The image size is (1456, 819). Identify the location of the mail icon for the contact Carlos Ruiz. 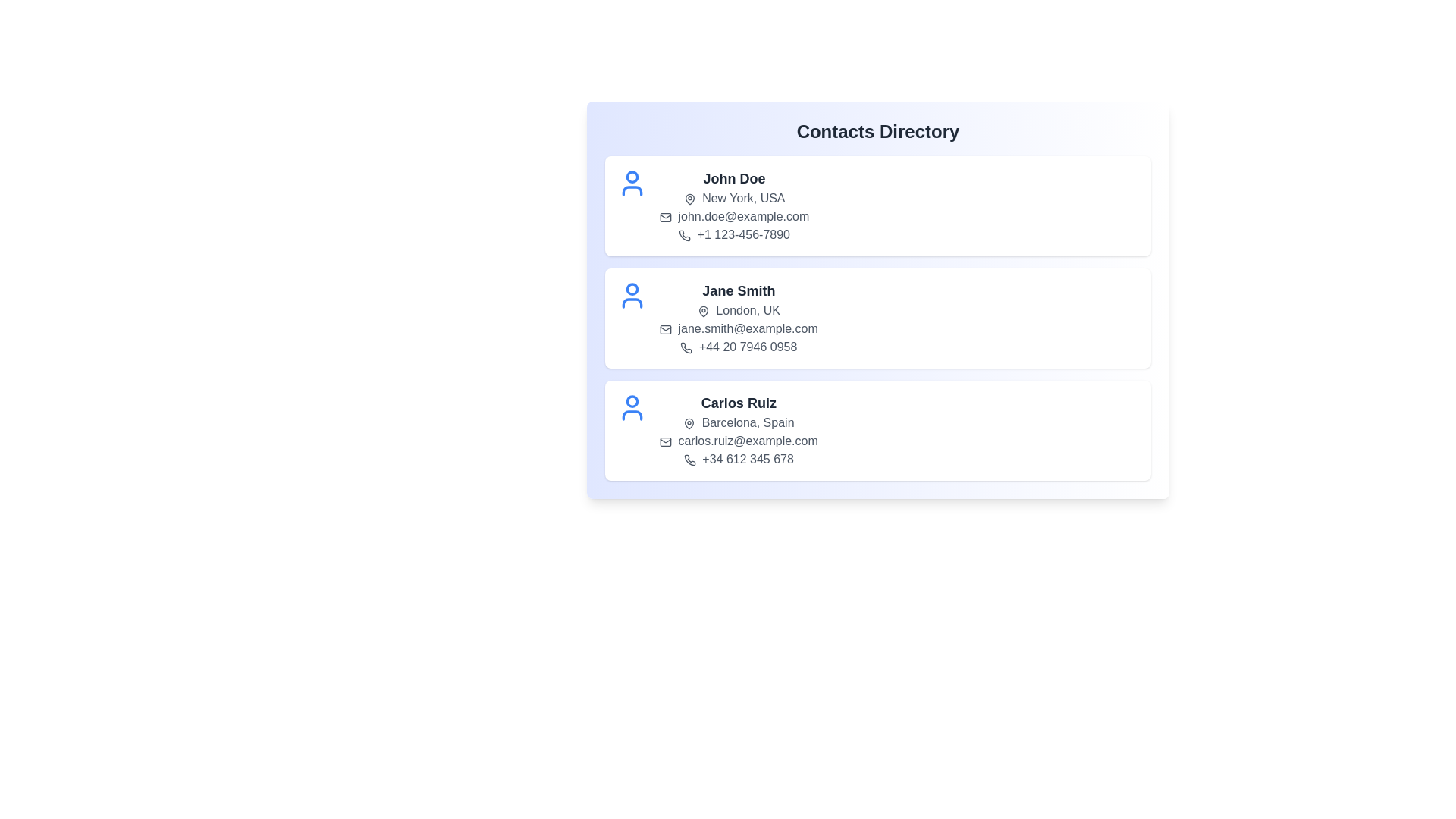
(666, 441).